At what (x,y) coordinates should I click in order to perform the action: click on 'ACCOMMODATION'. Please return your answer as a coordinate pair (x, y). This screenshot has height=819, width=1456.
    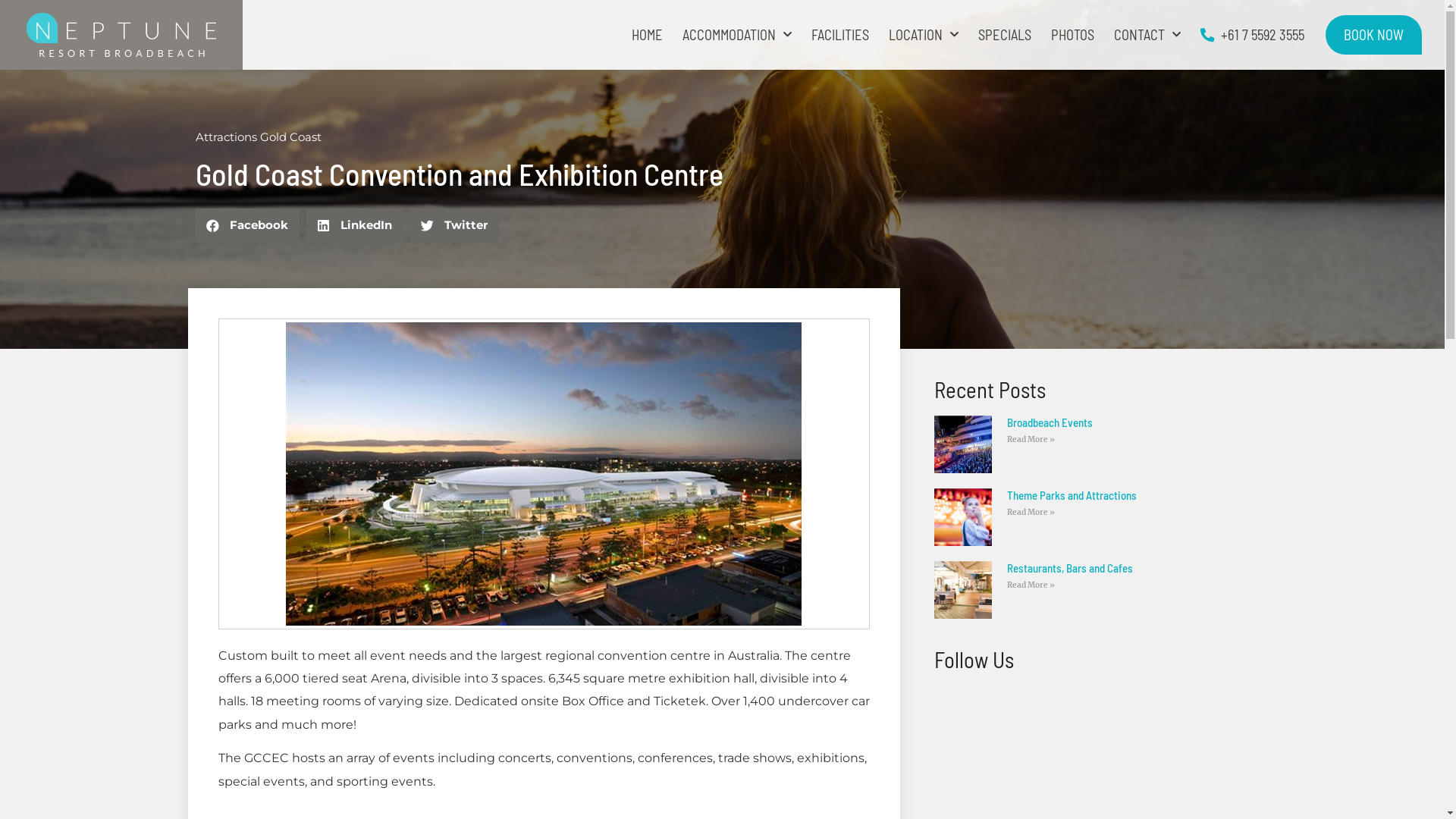
    Looking at the image, I should click on (736, 34).